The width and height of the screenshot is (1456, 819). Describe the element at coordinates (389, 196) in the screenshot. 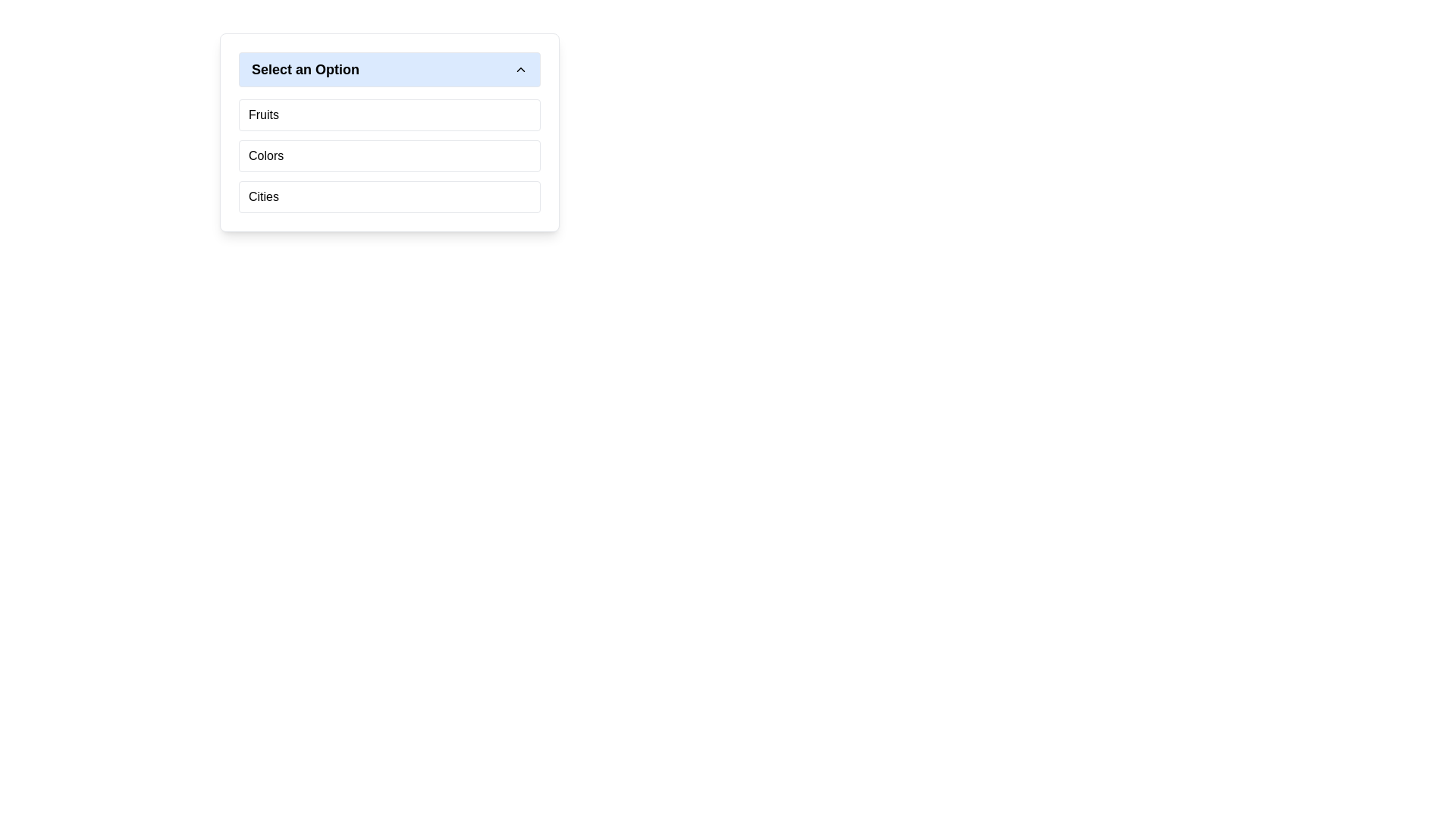

I see `the 'Cities' option in the dropdown list, which is the third item below 'Colors' and 'Fruits' in the 'Select an Option' menu` at that location.